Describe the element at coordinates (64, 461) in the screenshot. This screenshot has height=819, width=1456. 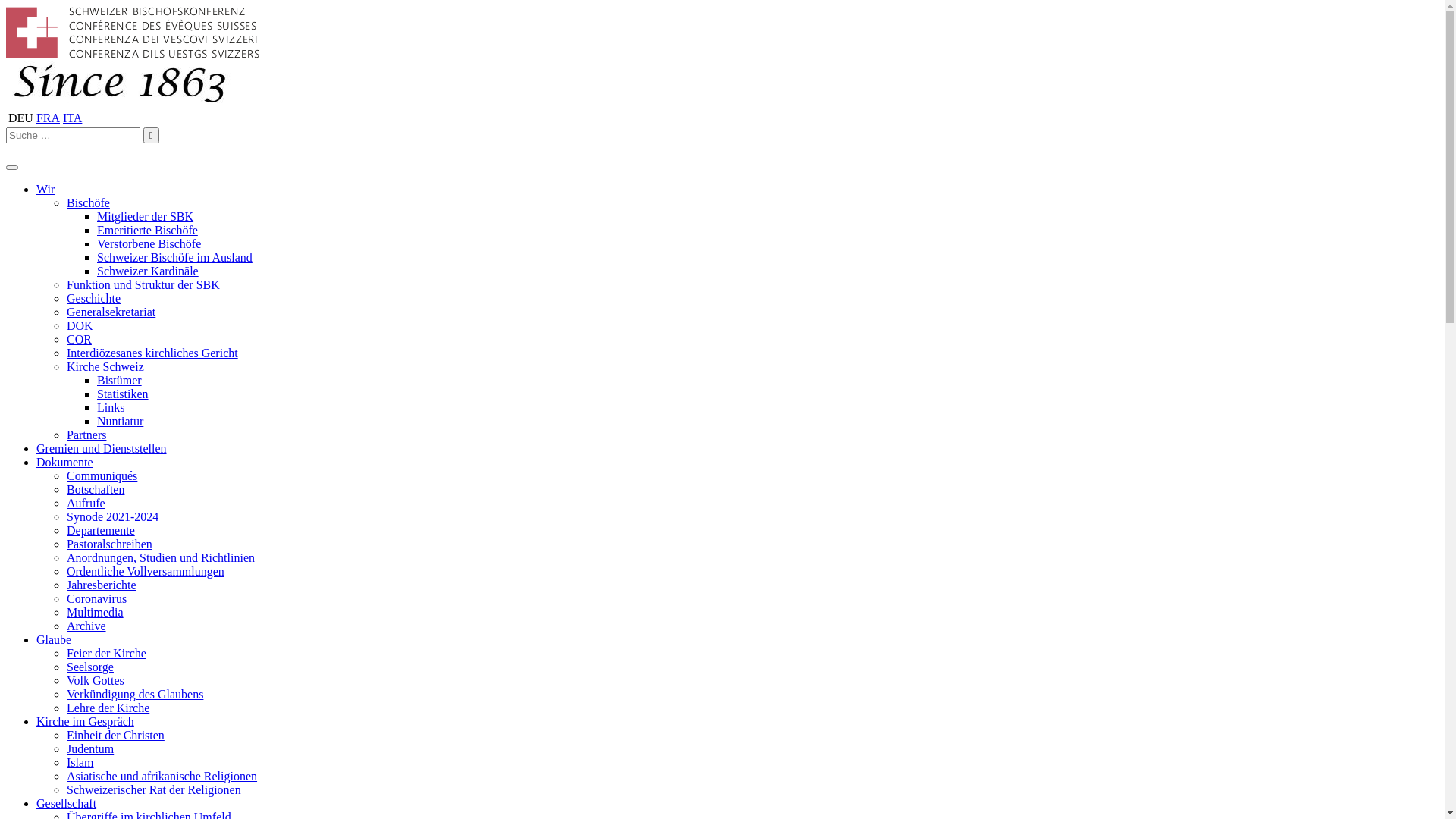
I see `'Dokumente'` at that location.